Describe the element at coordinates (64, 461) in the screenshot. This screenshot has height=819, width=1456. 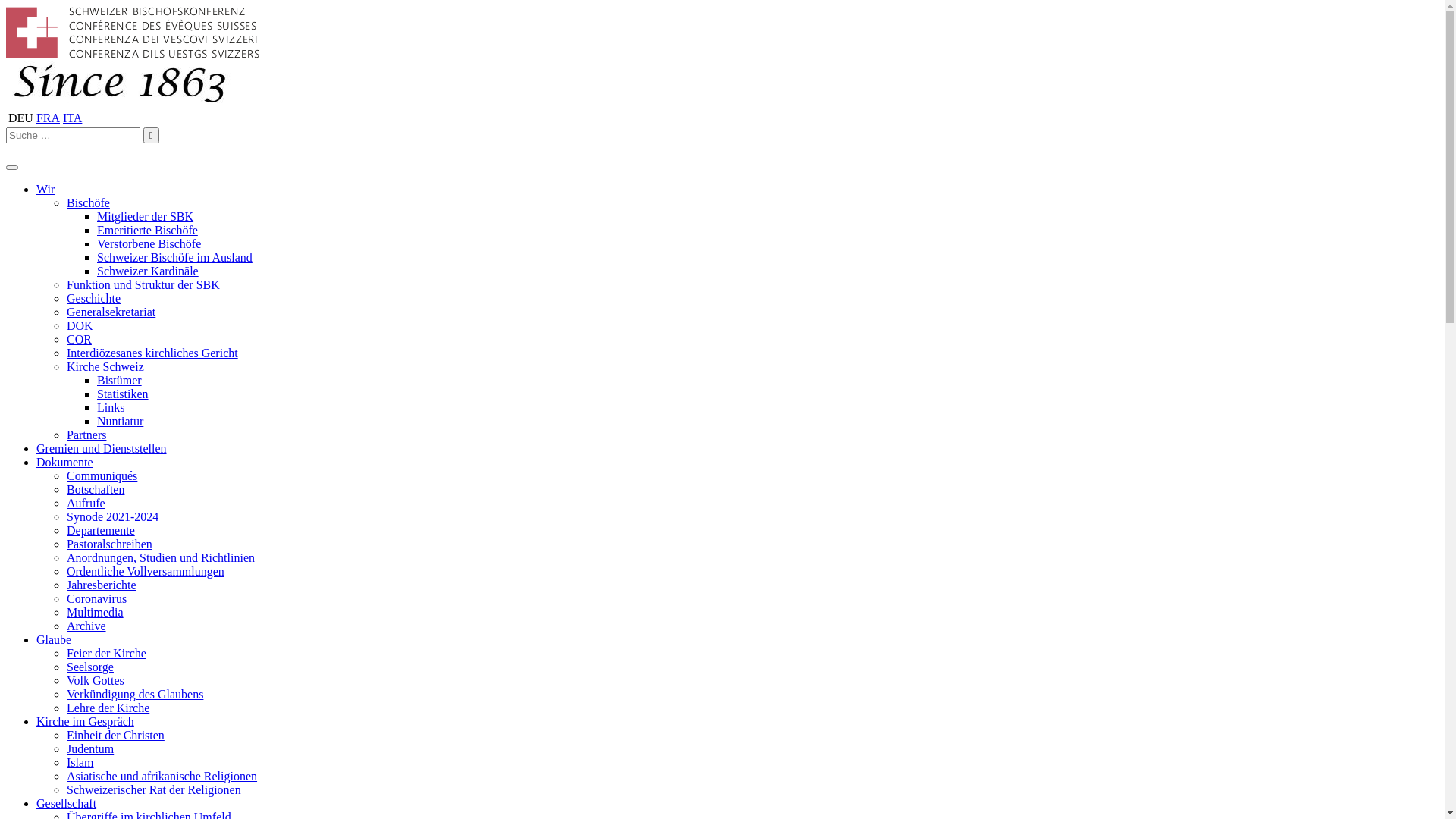
I see `'Dokumente'` at that location.